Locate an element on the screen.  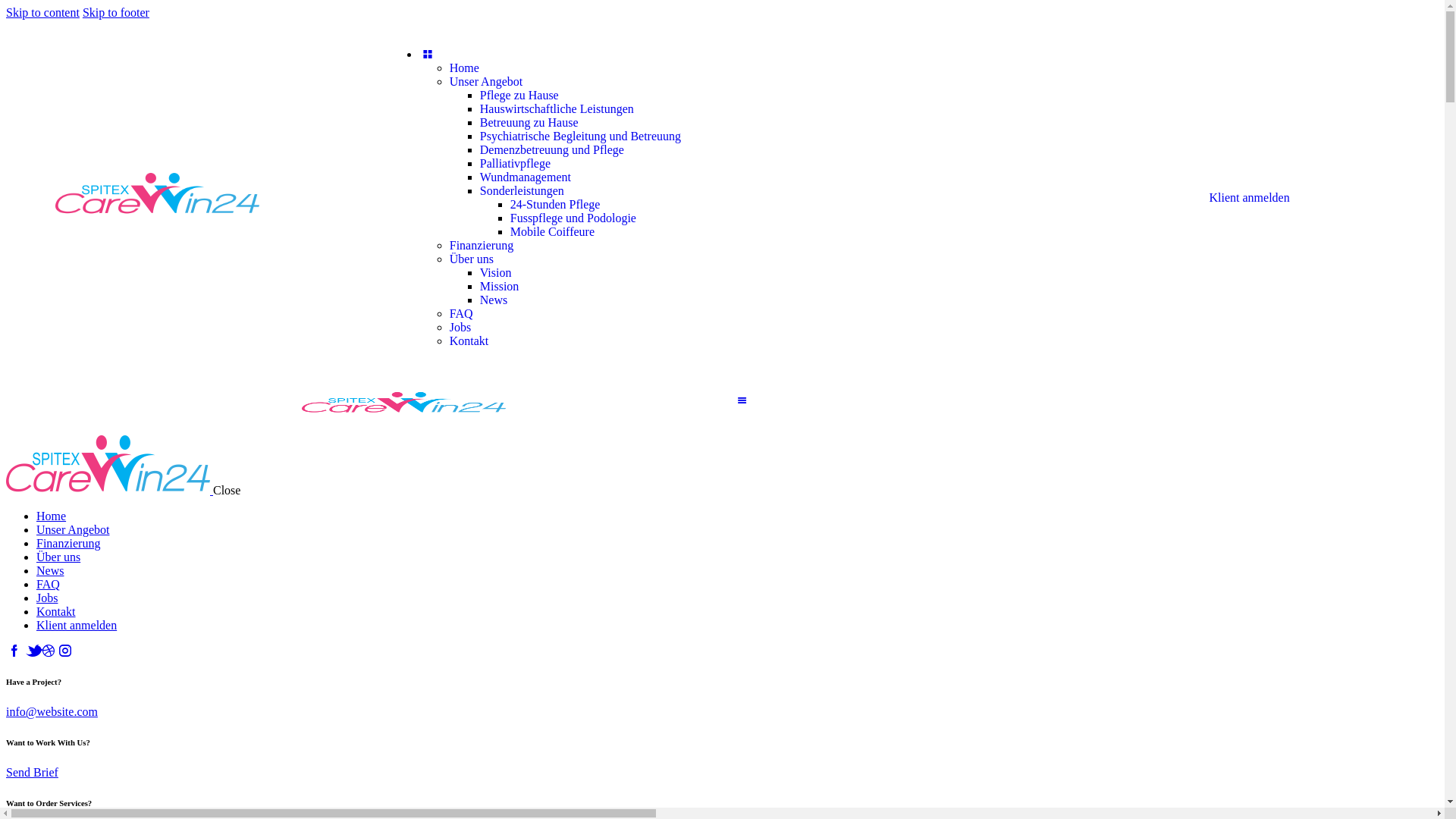
'Fusspflege und Podologie' is located at coordinates (510, 218).